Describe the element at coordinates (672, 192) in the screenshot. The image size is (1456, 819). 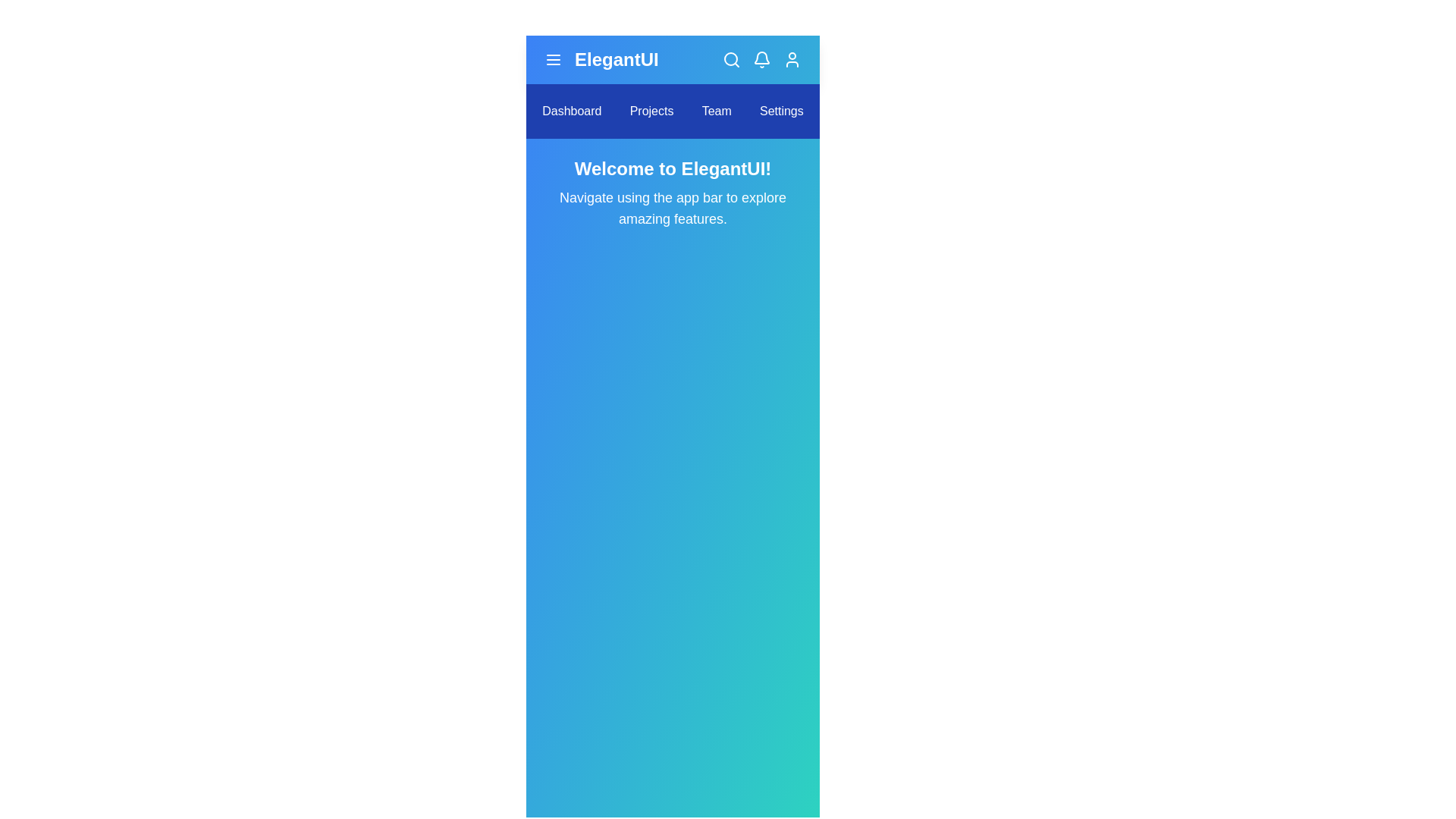
I see `the text content area and read the displayed message` at that location.